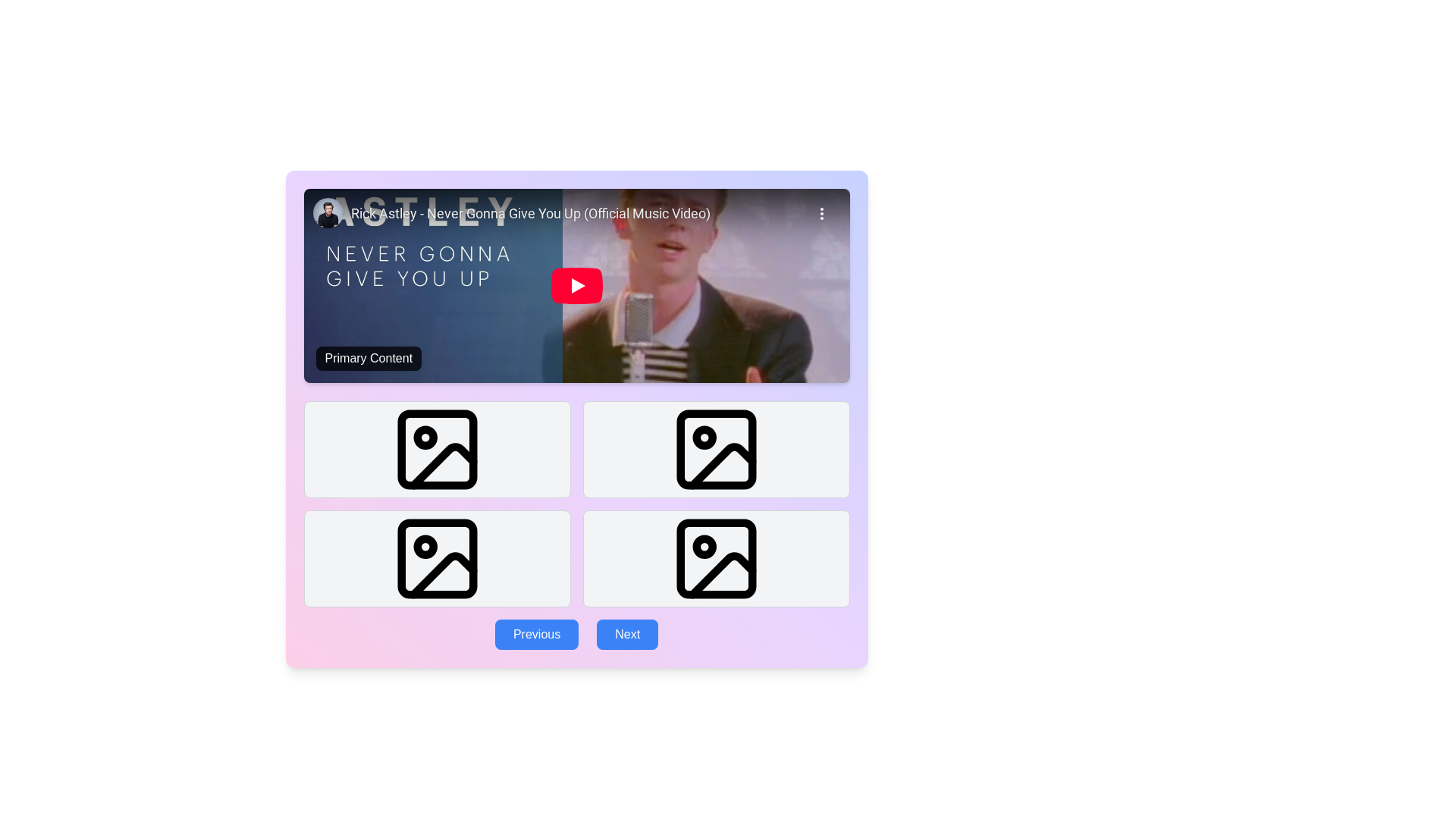  I want to click on the decorative square with rounded corners located in the bottom-right corner of the rightmost image placeholder in a 2x3 grid layout, so click(715, 558).